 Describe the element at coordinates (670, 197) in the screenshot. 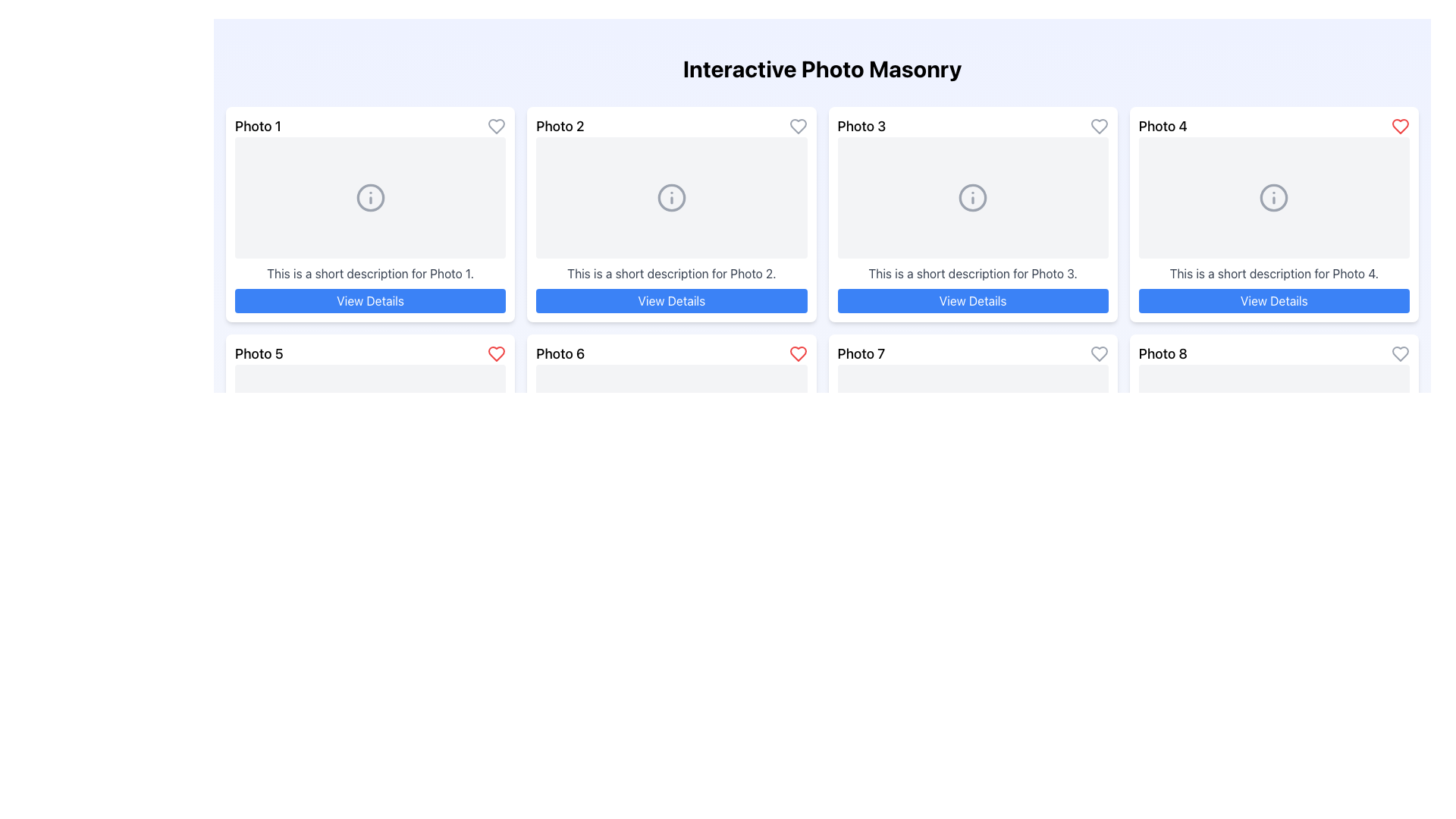

I see `the circular information icon with a gray border and white center, containing the letter 'i', located in the card for 'Photo 2'` at that location.